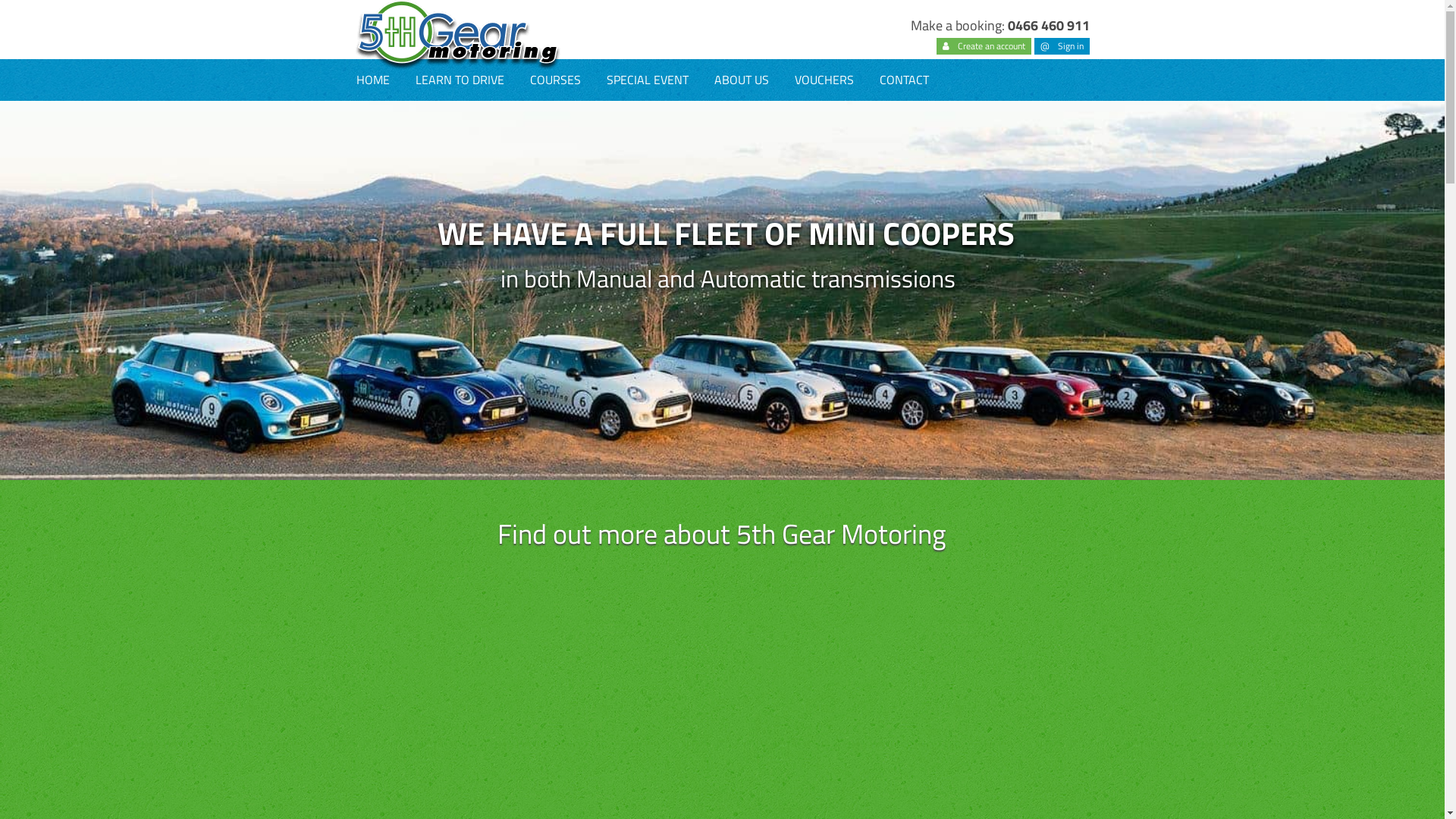 Image resolution: width=1456 pixels, height=819 pixels. I want to click on 'SKIDPAN TRAINING', so click(554, 163).